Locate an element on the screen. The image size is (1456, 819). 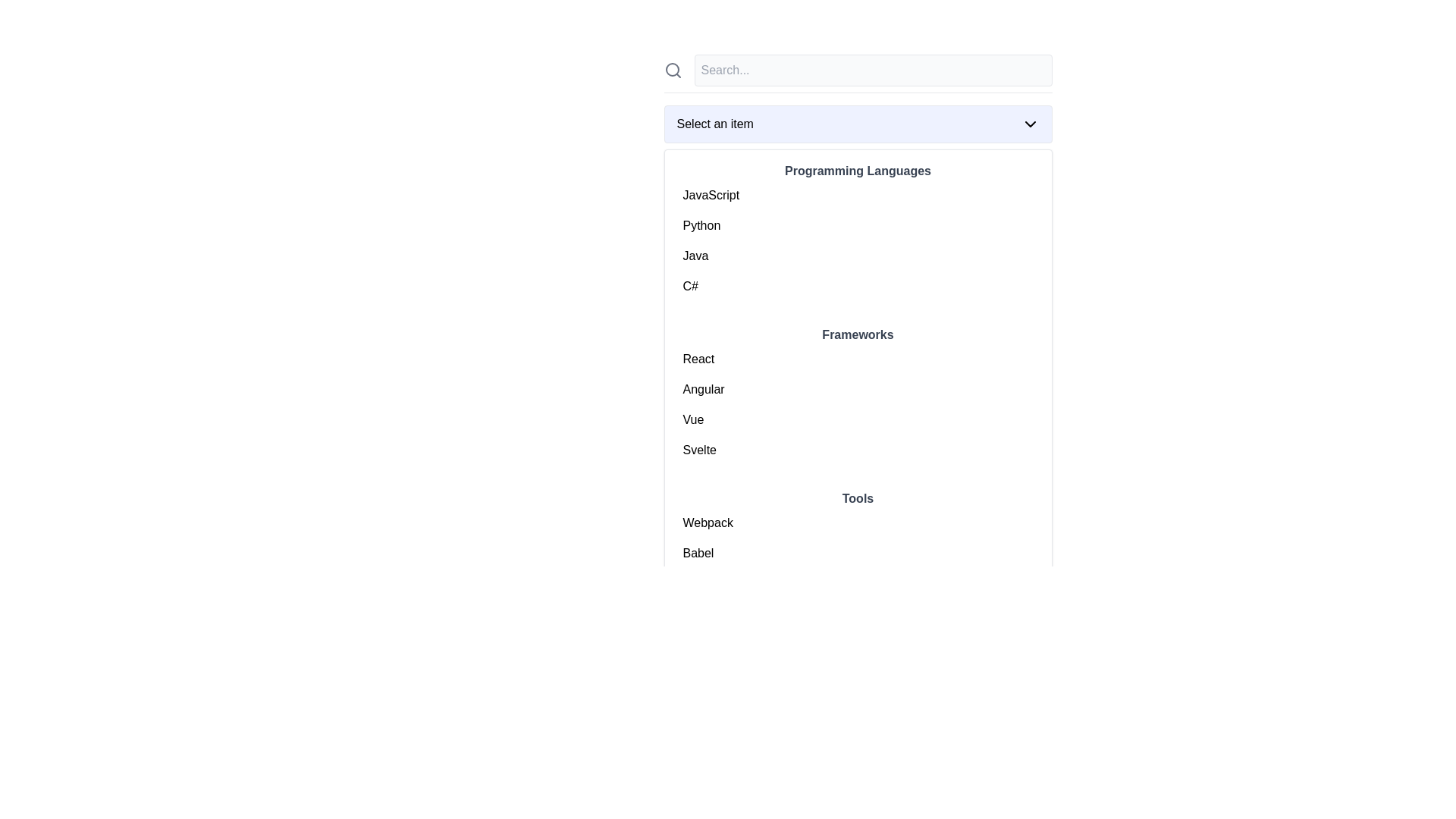
the chevron-down icon, which is a thin black inverted 'V' shape located at the far right of the 'Select an item' button is located at coordinates (1030, 124).